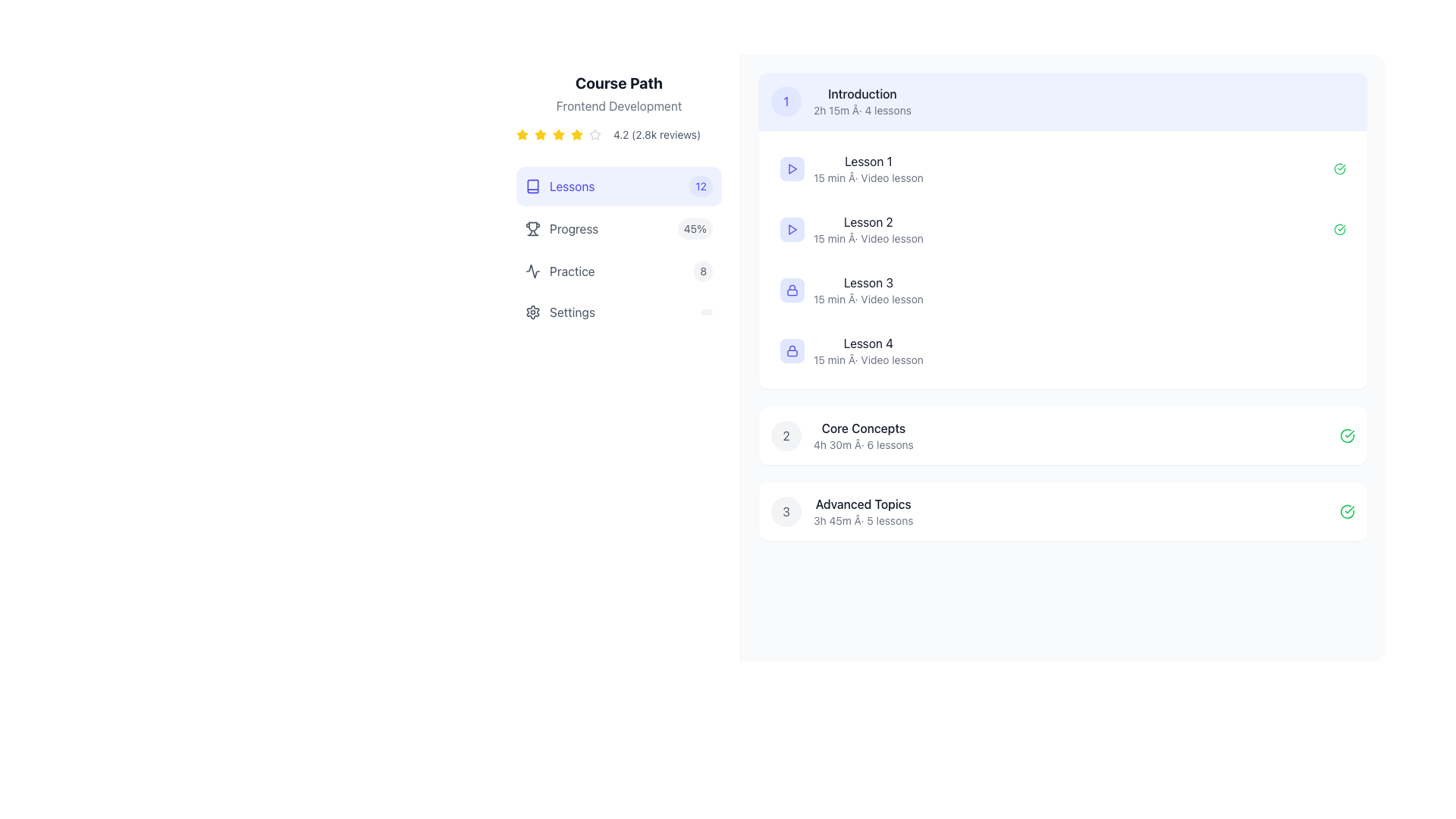  I want to click on the 'Lesson 2' list item, which includes a blue outlined play icon and the title in bold black text, so click(852, 230).